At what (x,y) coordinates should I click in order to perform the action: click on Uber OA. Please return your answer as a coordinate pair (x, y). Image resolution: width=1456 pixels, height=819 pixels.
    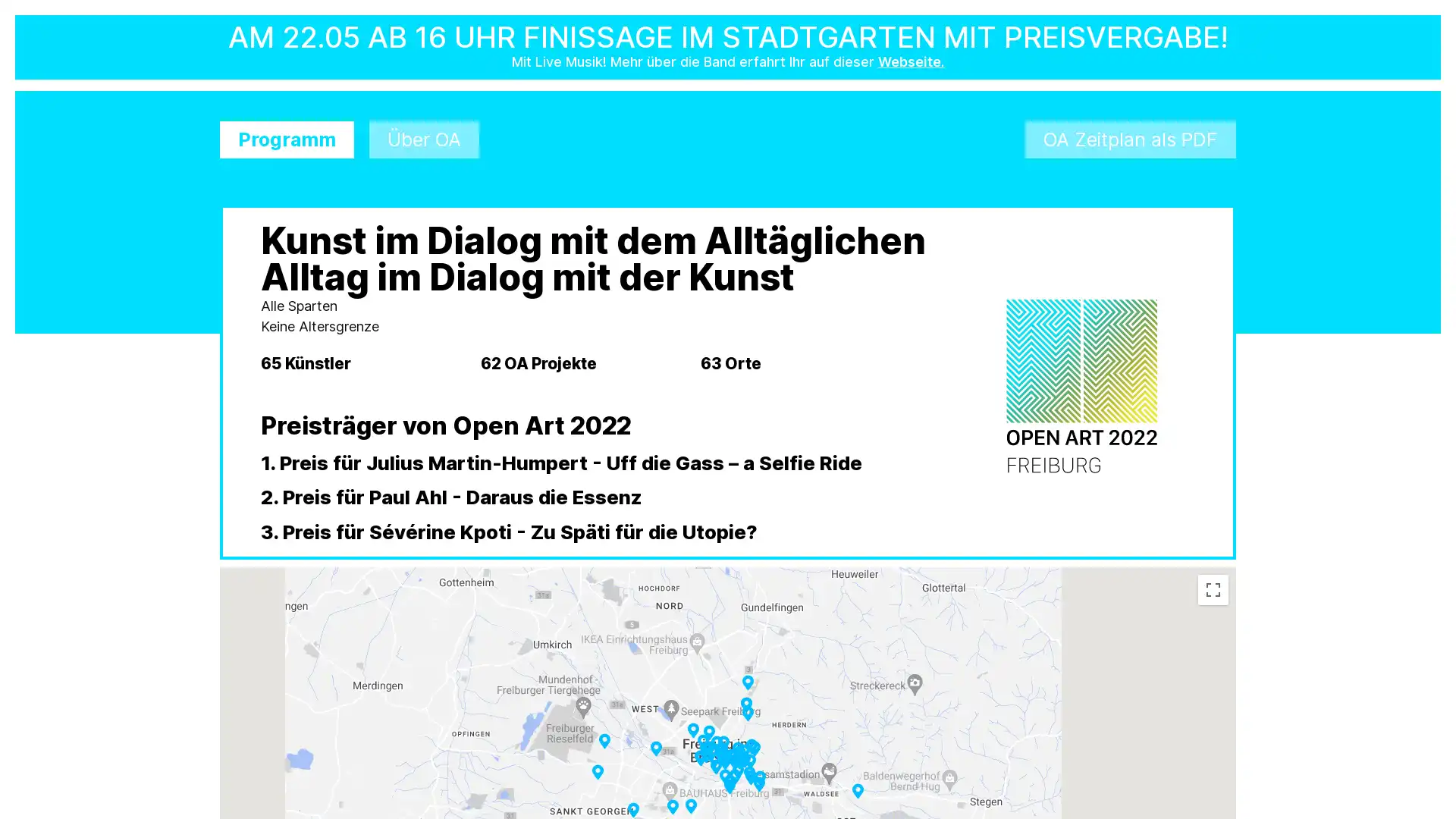
    Looking at the image, I should click on (424, 140).